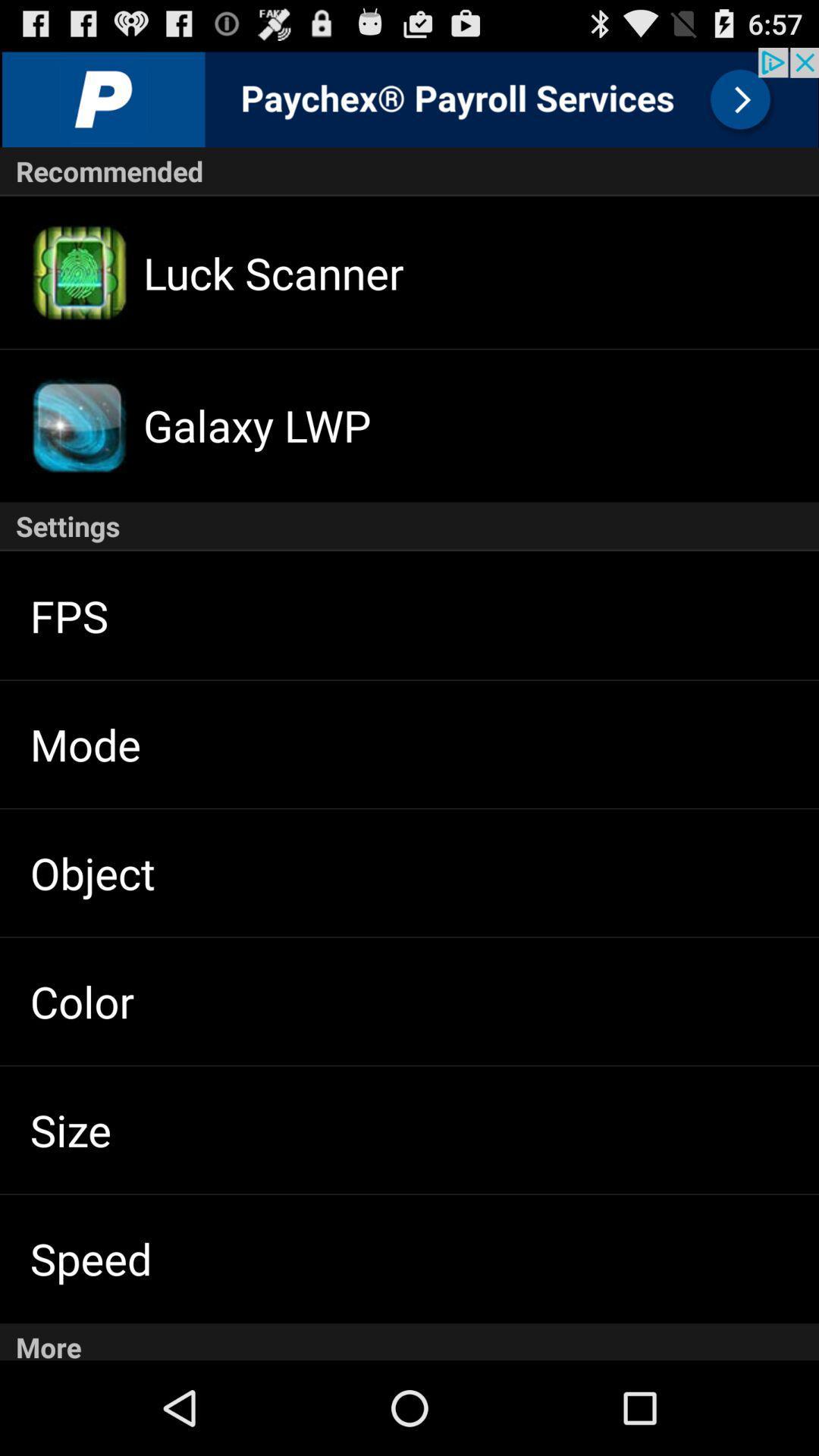 The image size is (819, 1456). What do you see at coordinates (409, 96) in the screenshot?
I see `advertisement page` at bounding box center [409, 96].